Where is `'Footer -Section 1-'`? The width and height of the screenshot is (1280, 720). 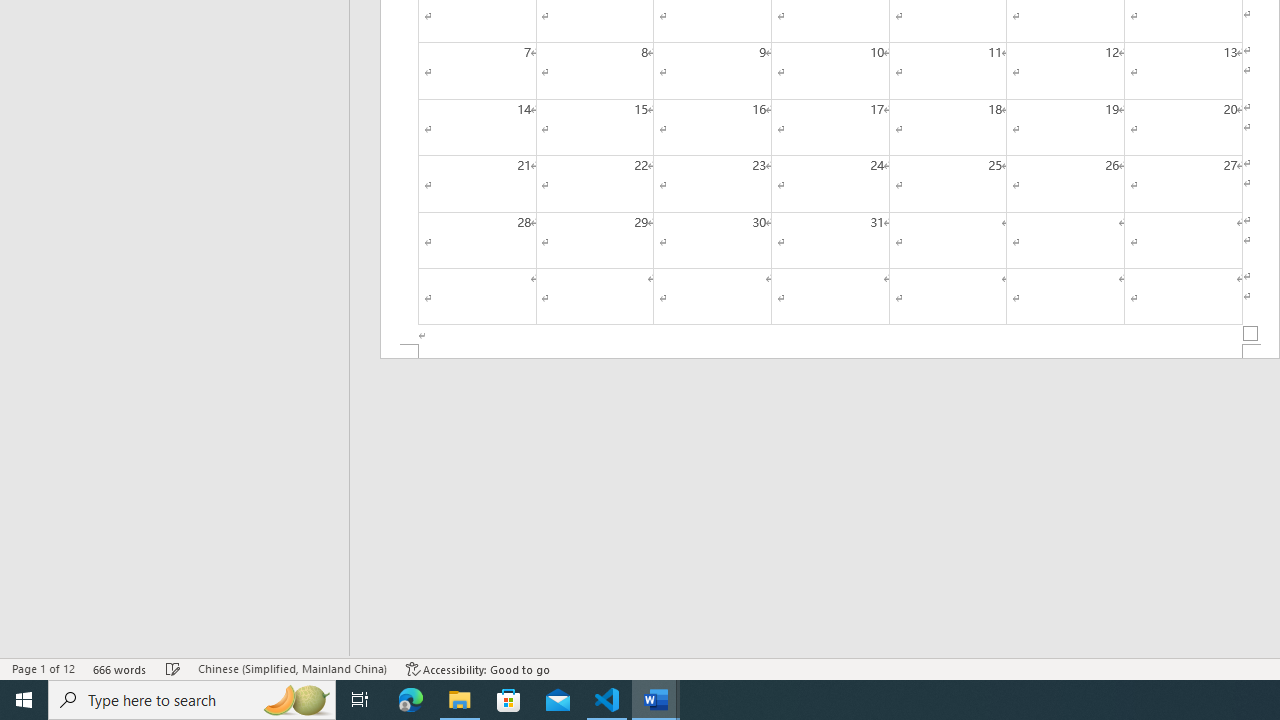 'Footer -Section 1-' is located at coordinates (830, 350).